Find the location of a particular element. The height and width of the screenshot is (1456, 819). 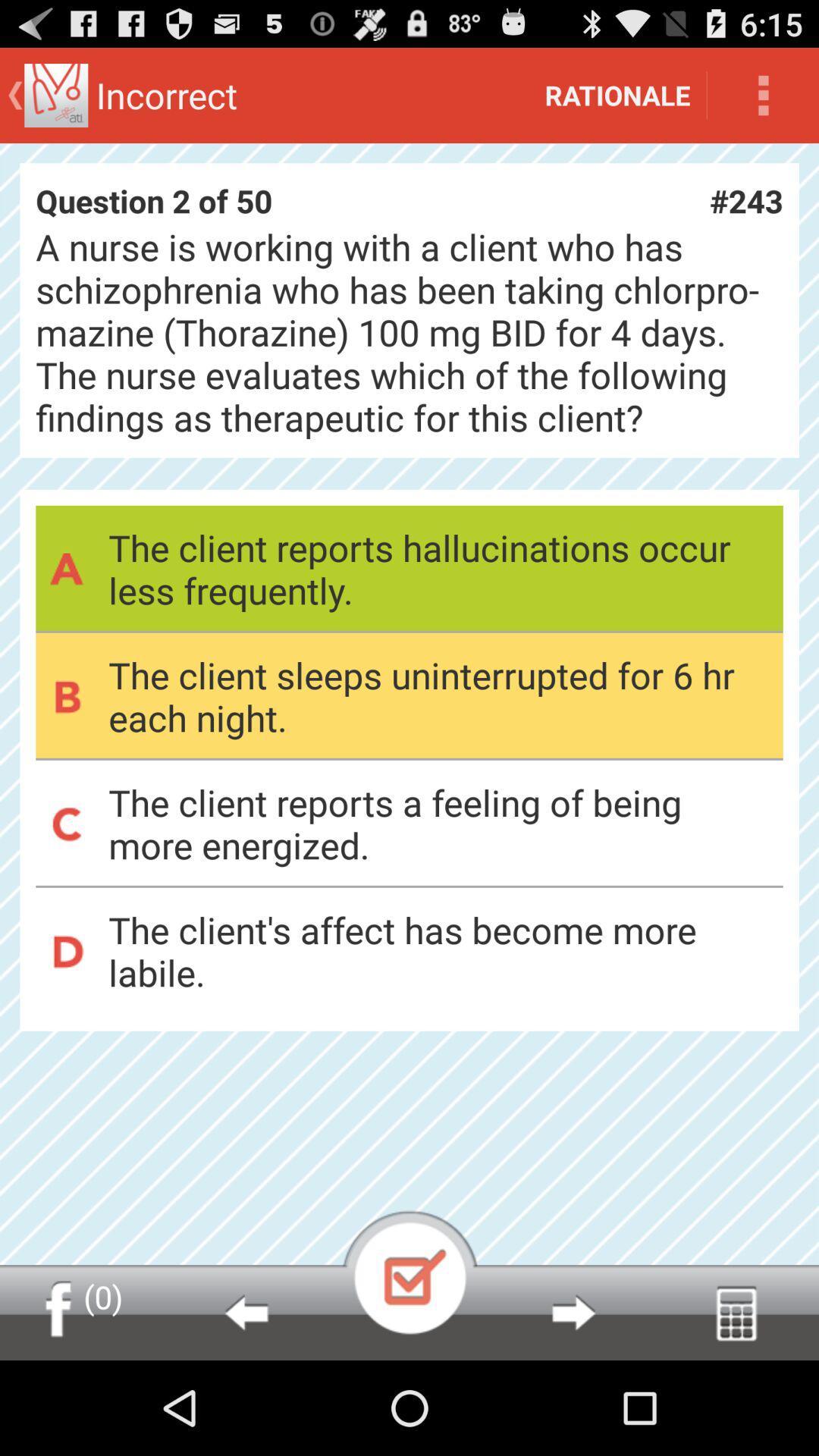

the icon in middle of back arrow and forward arrow is located at coordinates (409, 1272).